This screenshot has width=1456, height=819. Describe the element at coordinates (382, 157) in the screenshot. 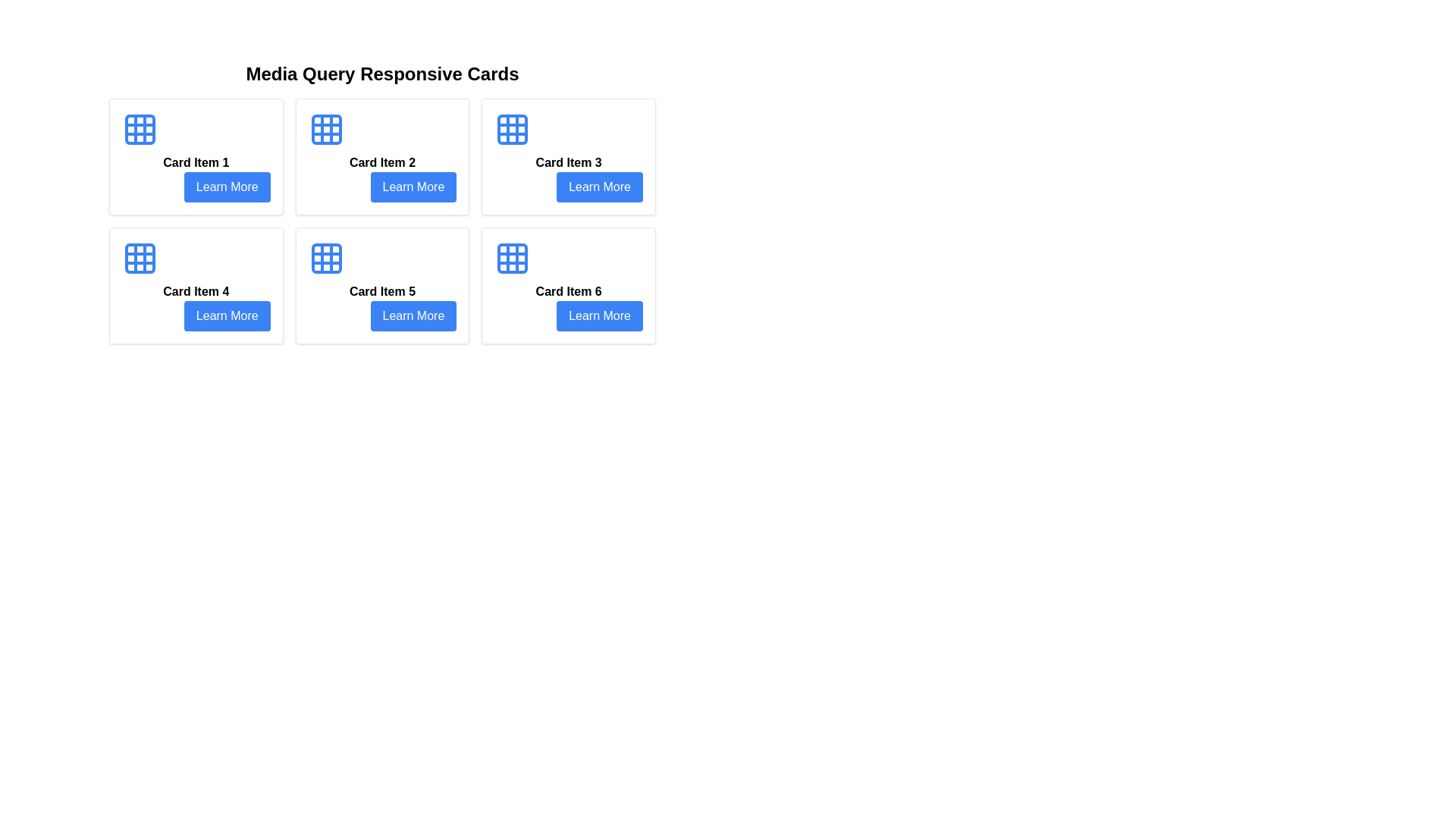

I see `the second card component in the grid layout, which is identified by its rounded appearance, bold text 'Card Item 2', and the blue 'Learn More' button at the bottom` at that location.